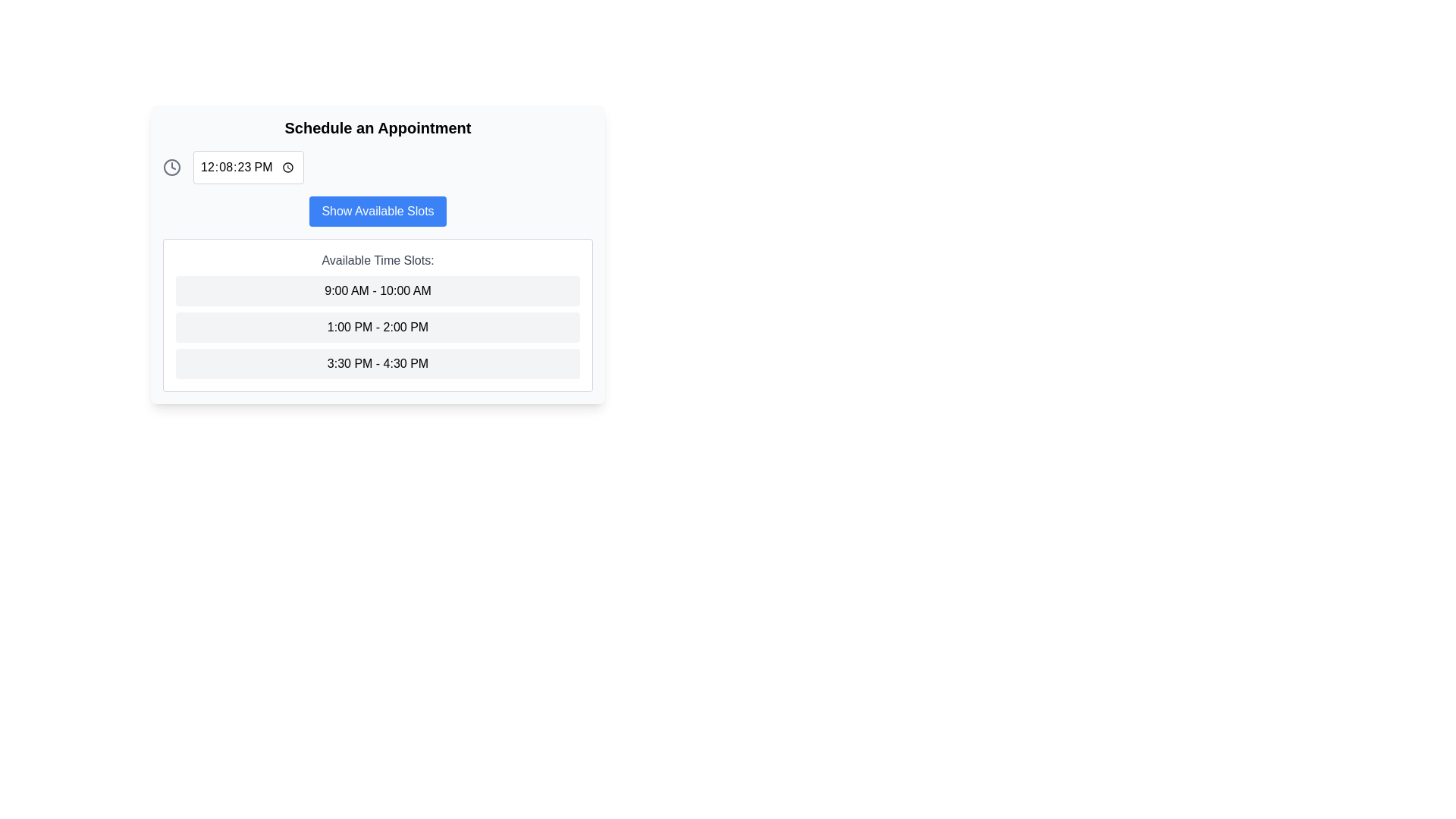 The image size is (1456, 819). What do you see at coordinates (378, 315) in the screenshot?
I see `the informational panel displaying time slots for appointments, located below the 'Show Available Slots' button within the 'Schedule an Appointment' panel` at bounding box center [378, 315].